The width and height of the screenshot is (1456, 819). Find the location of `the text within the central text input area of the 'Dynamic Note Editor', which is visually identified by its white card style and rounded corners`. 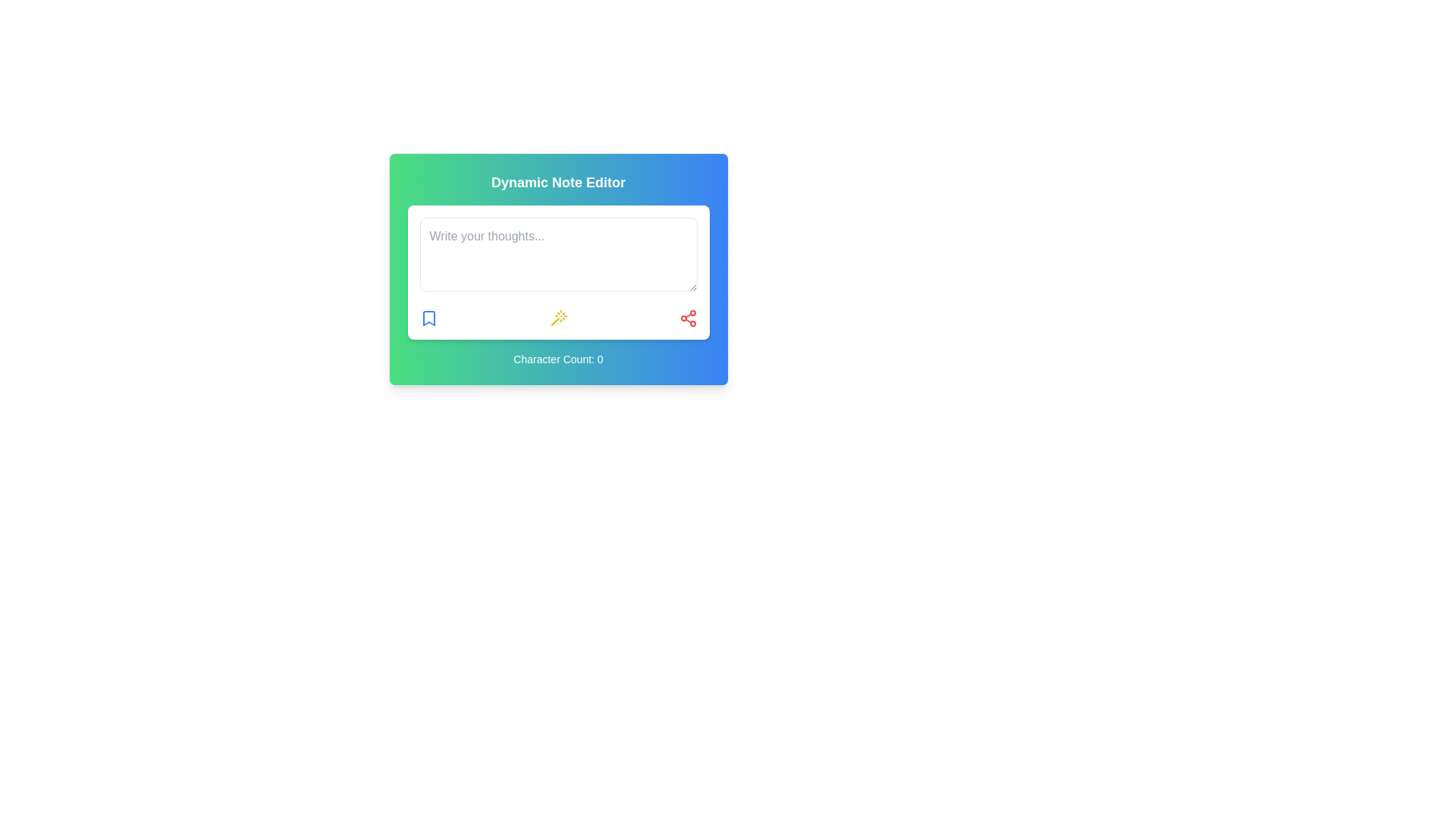

the text within the central text input area of the 'Dynamic Note Editor', which is visually identified by its white card style and rounded corners is located at coordinates (557, 253).